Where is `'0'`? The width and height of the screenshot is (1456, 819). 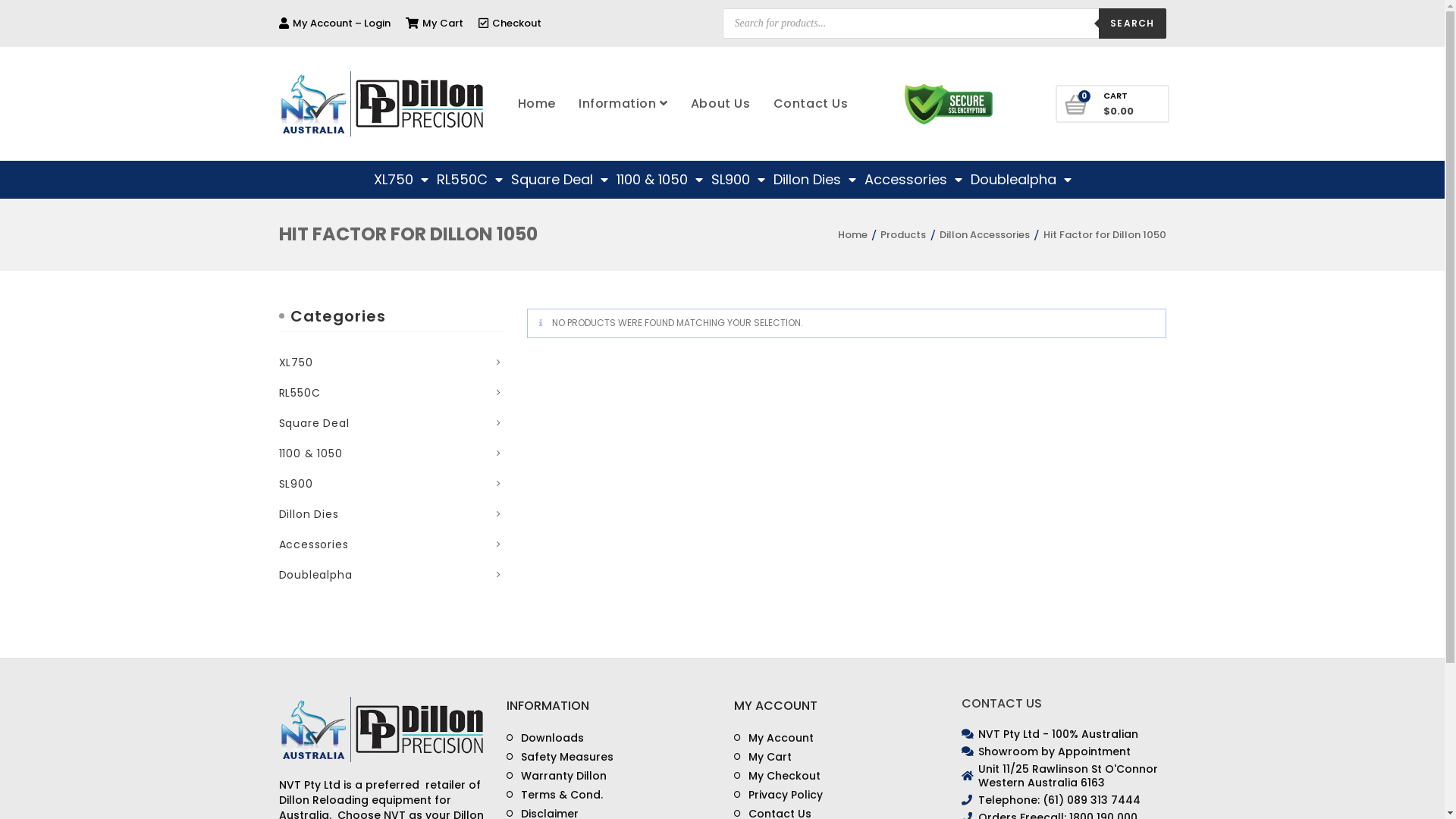 '0' is located at coordinates (1075, 105).